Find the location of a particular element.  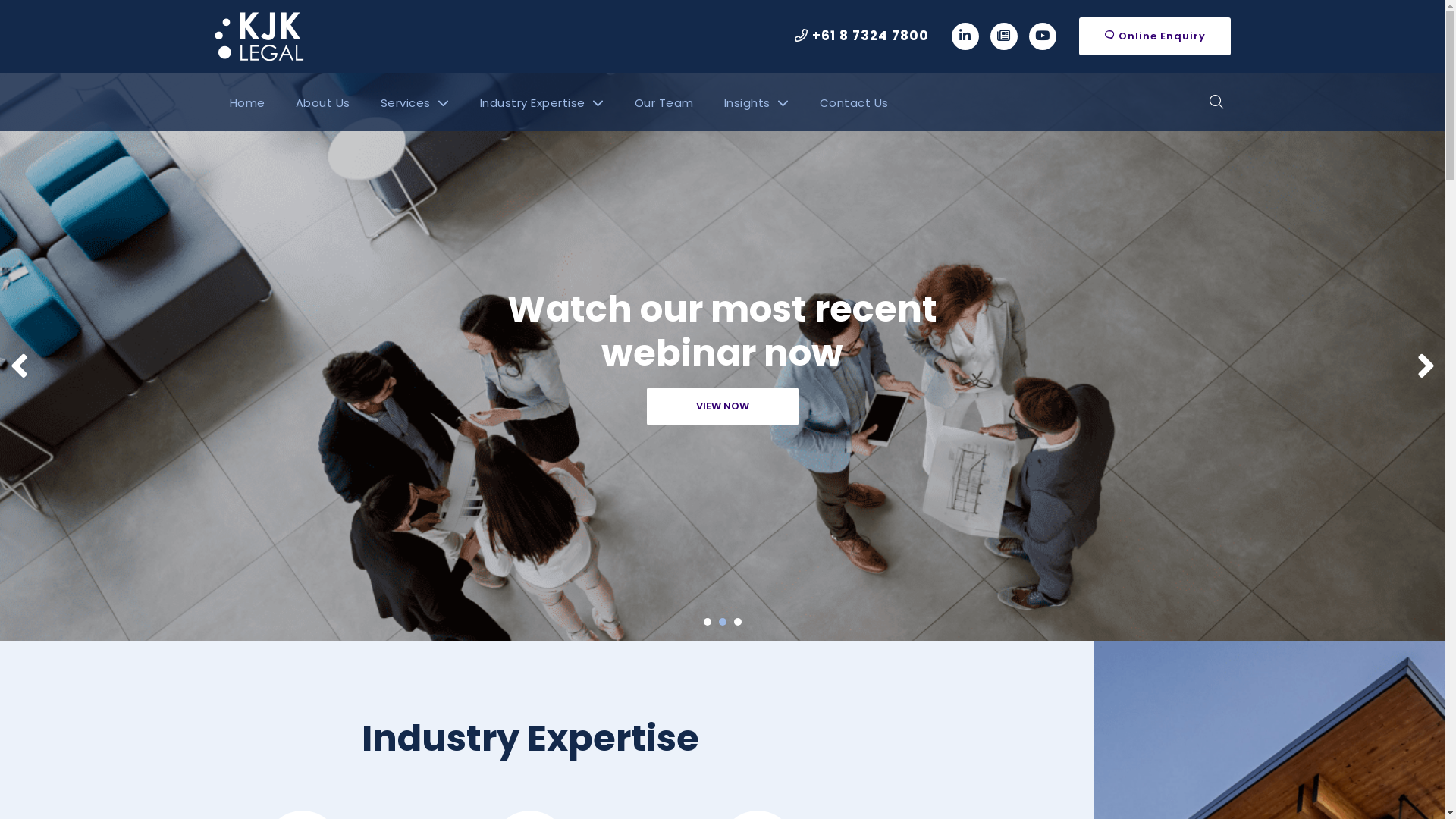

'VIEW NOW' is located at coordinates (720, 406).